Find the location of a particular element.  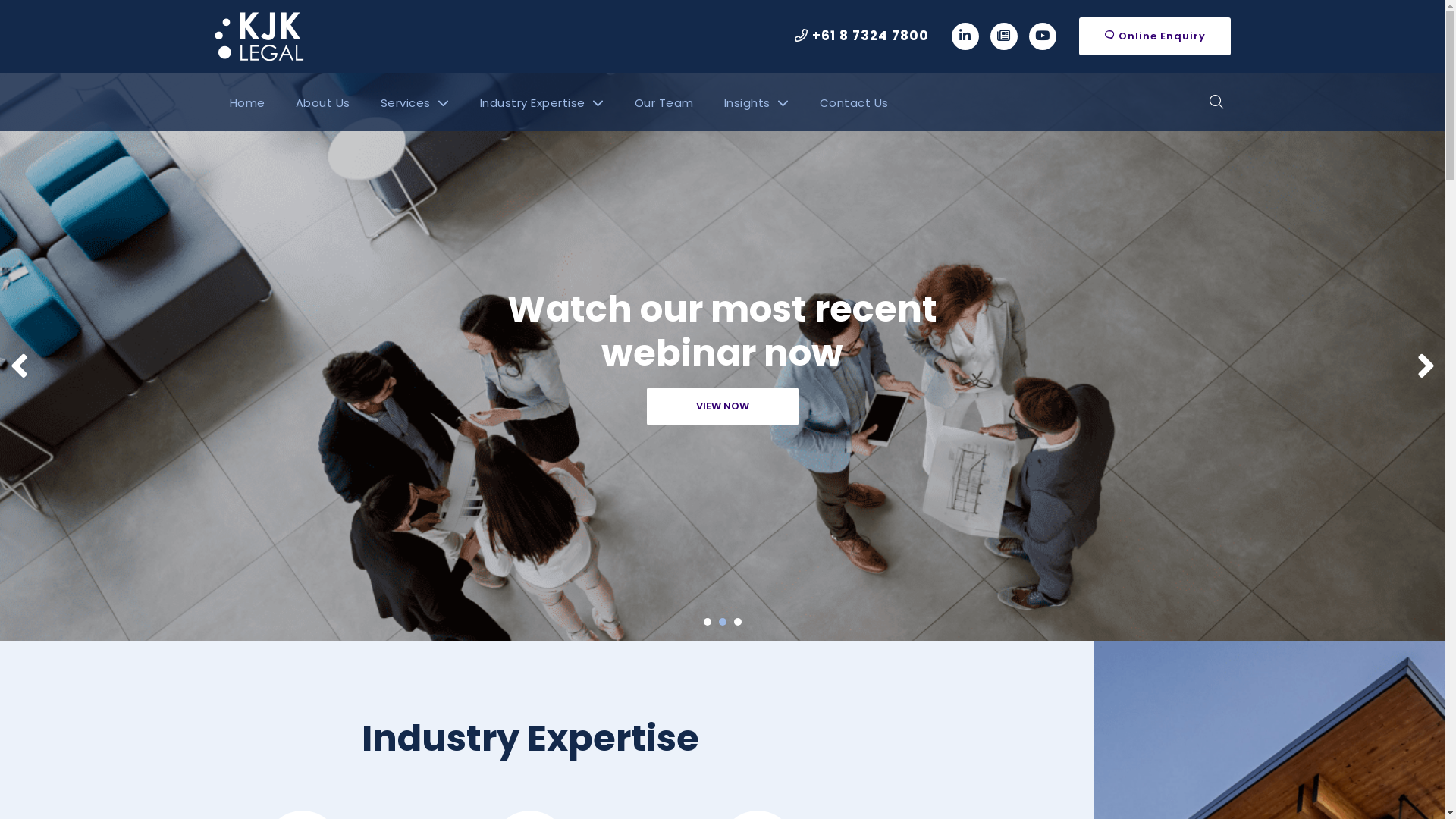

'VIEW NOW' is located at coordinates (720, 406).